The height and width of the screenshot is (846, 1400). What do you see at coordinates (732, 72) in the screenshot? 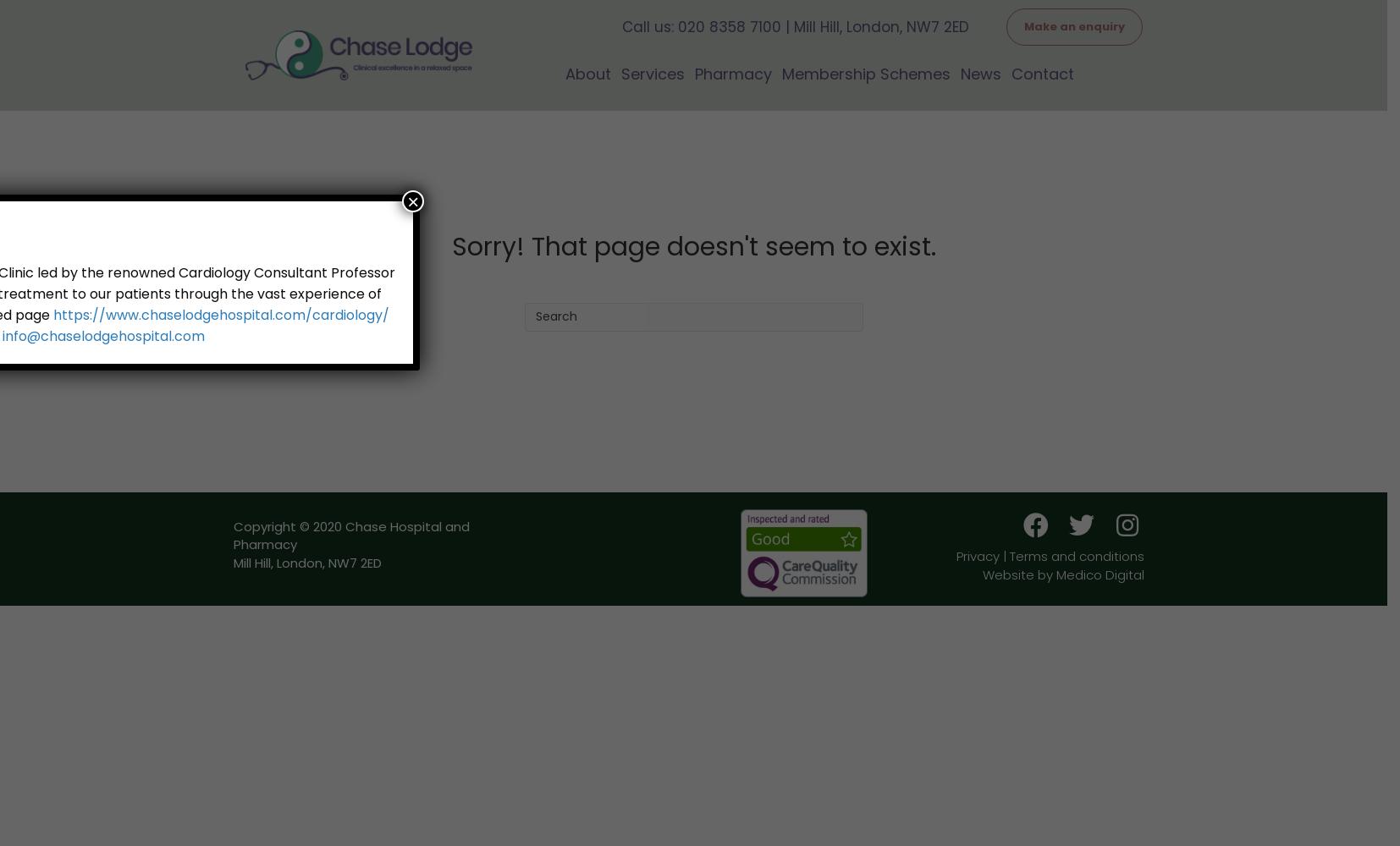
I see `'Pharmacy'` at bounding box center [732, 72].